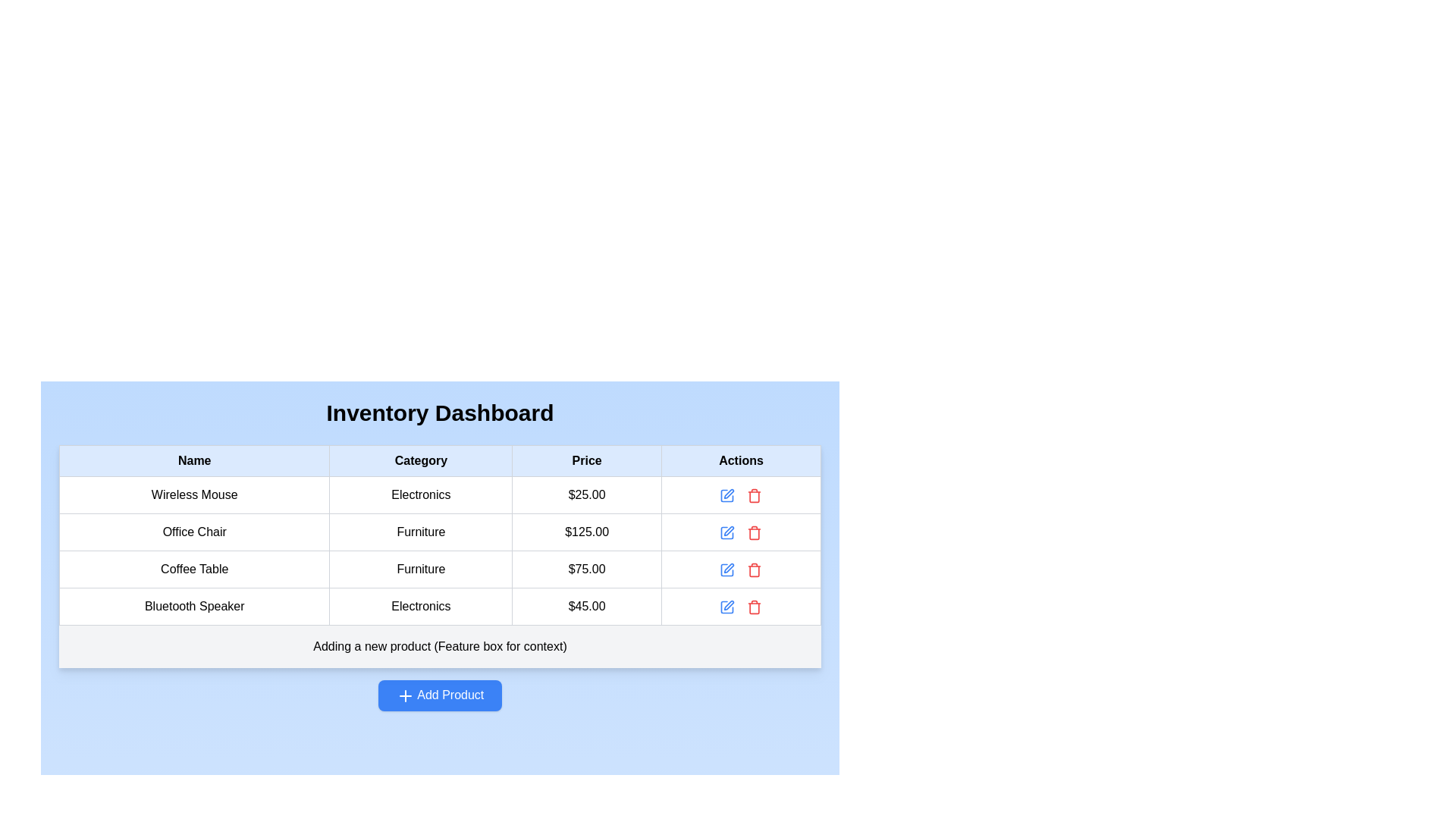  Describe the element at coordinates (755, 532) in the screenshot. I see `the red trash icon in the 'Actions' column of the third row in the inventory table` at that location.